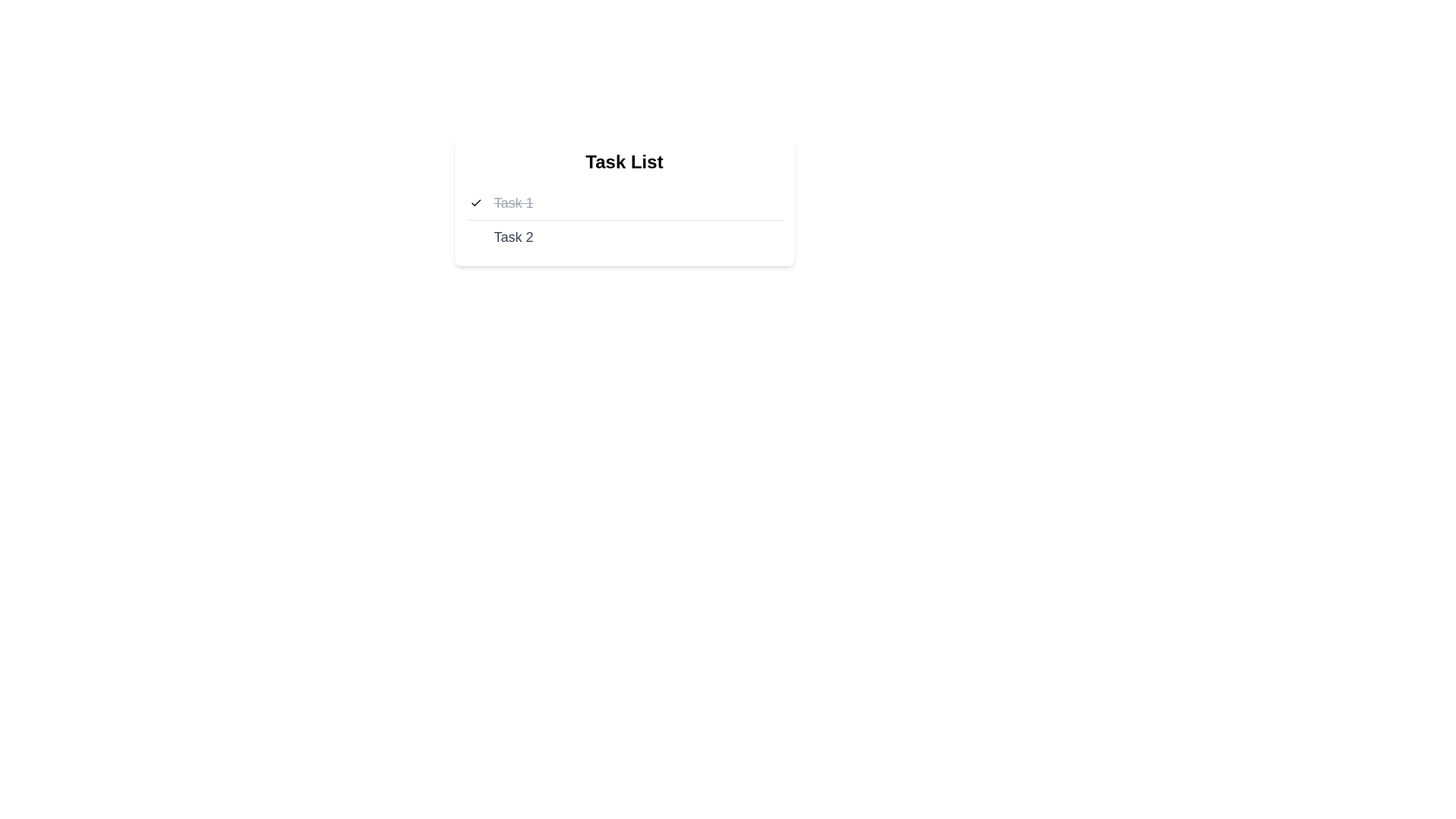  What do you see at coordinates (475, 202) in the screenshot?
I see `the task completion indicator icon located to the left of the 'Task 1' text in the task list` at bounding box center [475, 202].